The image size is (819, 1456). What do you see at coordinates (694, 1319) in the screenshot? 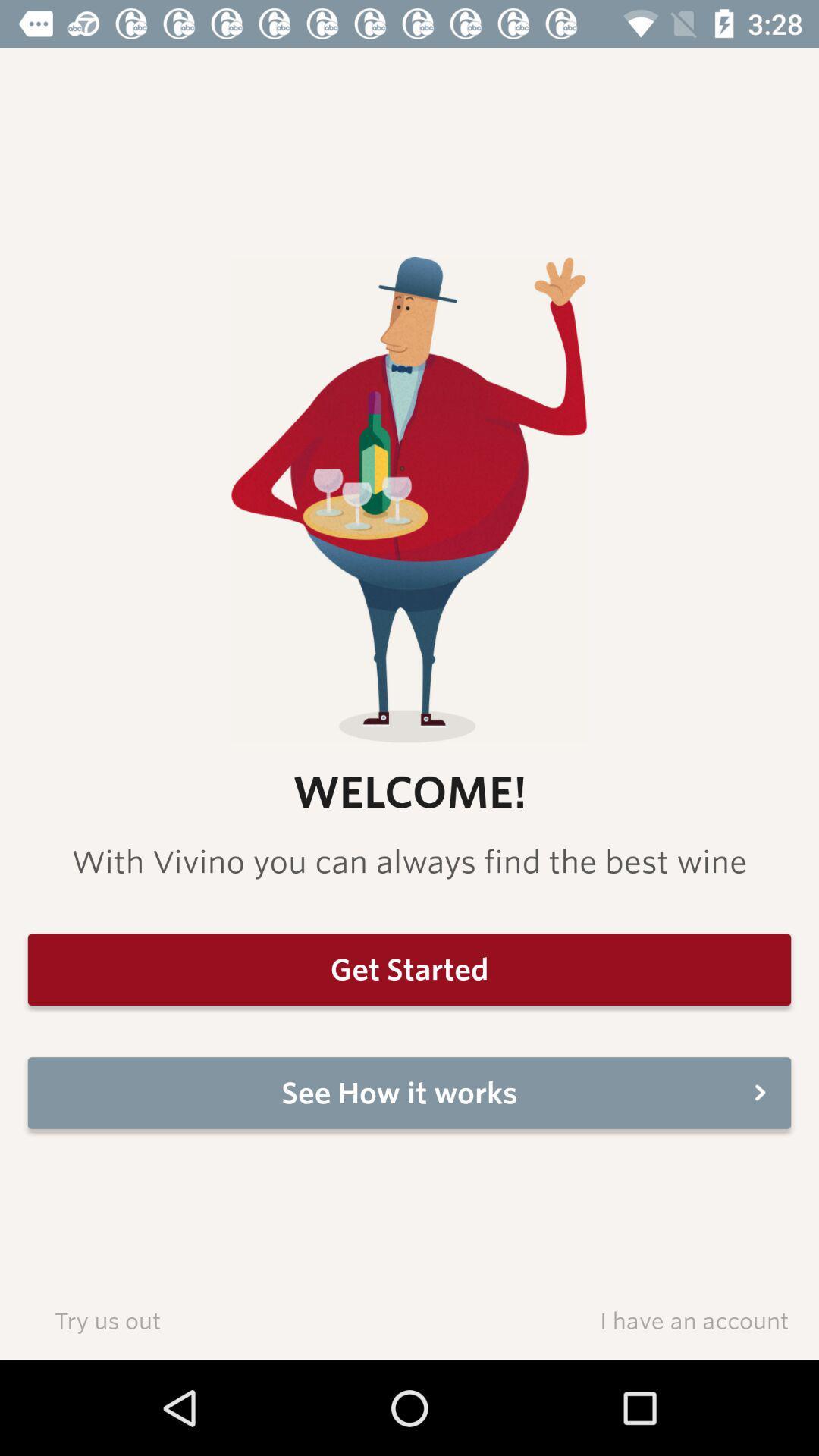
I see `icon below see how it icon` at bounding box center [694, 1319].